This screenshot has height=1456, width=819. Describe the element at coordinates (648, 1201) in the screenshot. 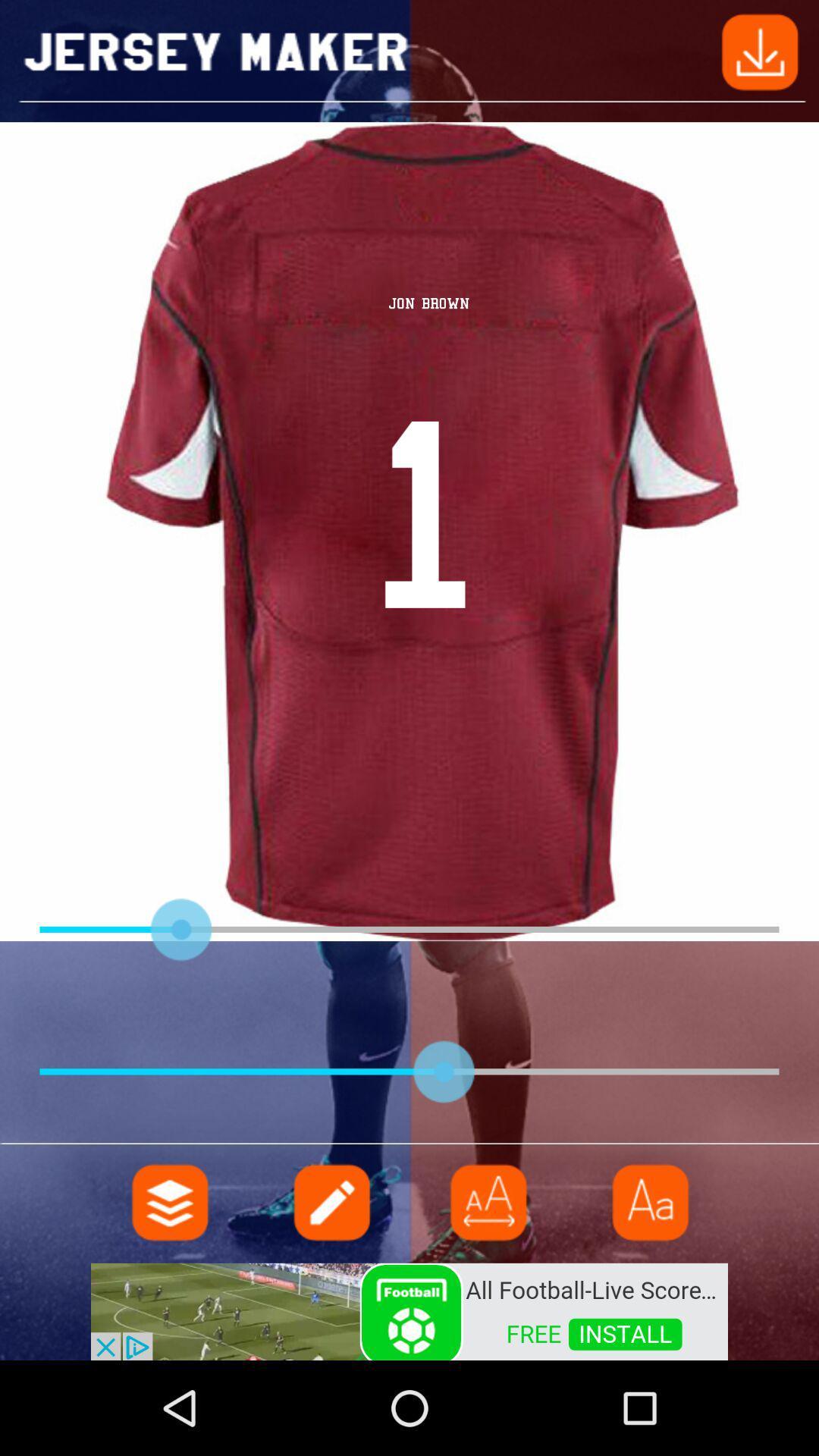

I see `change font type` at that location.